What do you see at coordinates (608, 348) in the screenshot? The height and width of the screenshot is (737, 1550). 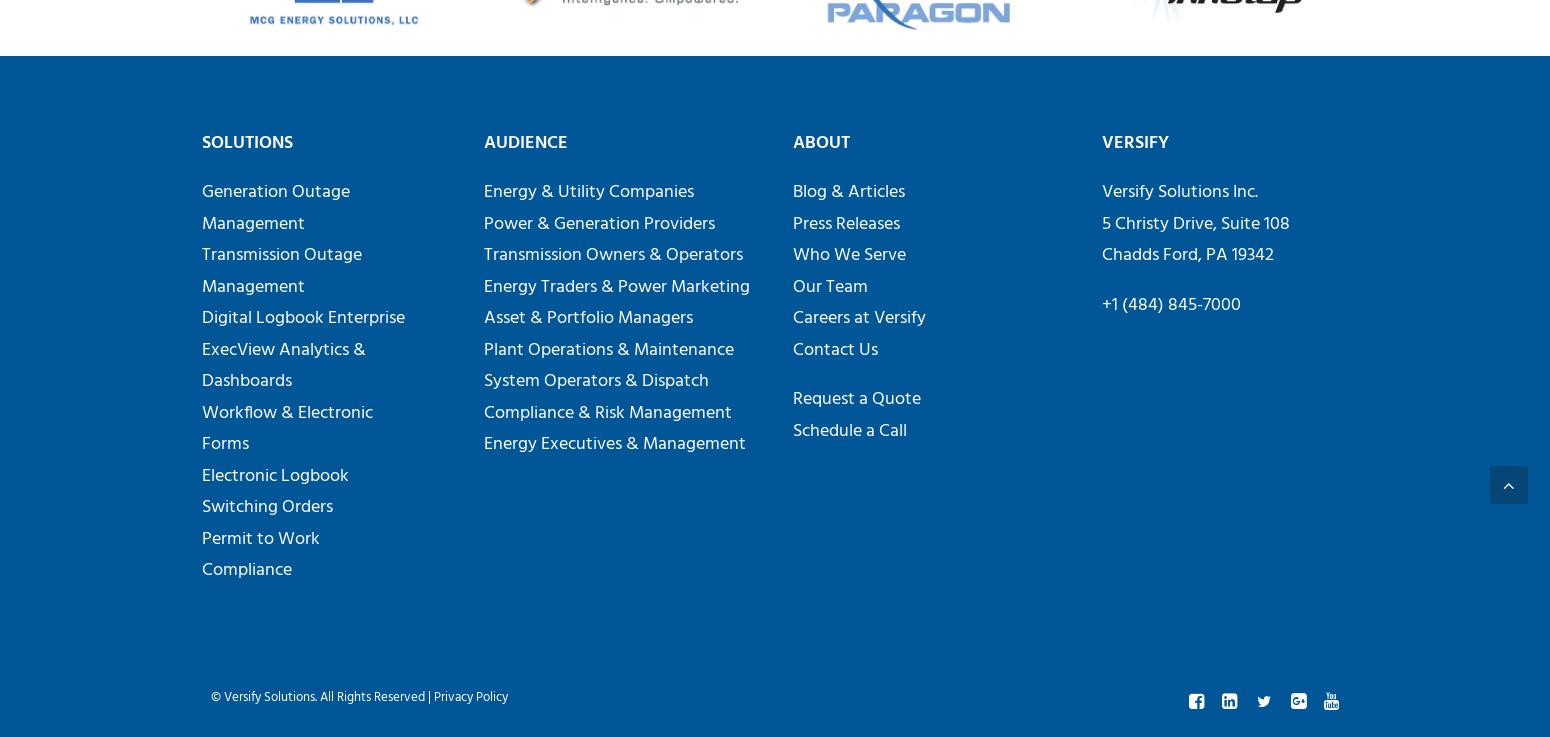 I see `'Plant Operations & Maintenance'` at bounding box center [608, 348].